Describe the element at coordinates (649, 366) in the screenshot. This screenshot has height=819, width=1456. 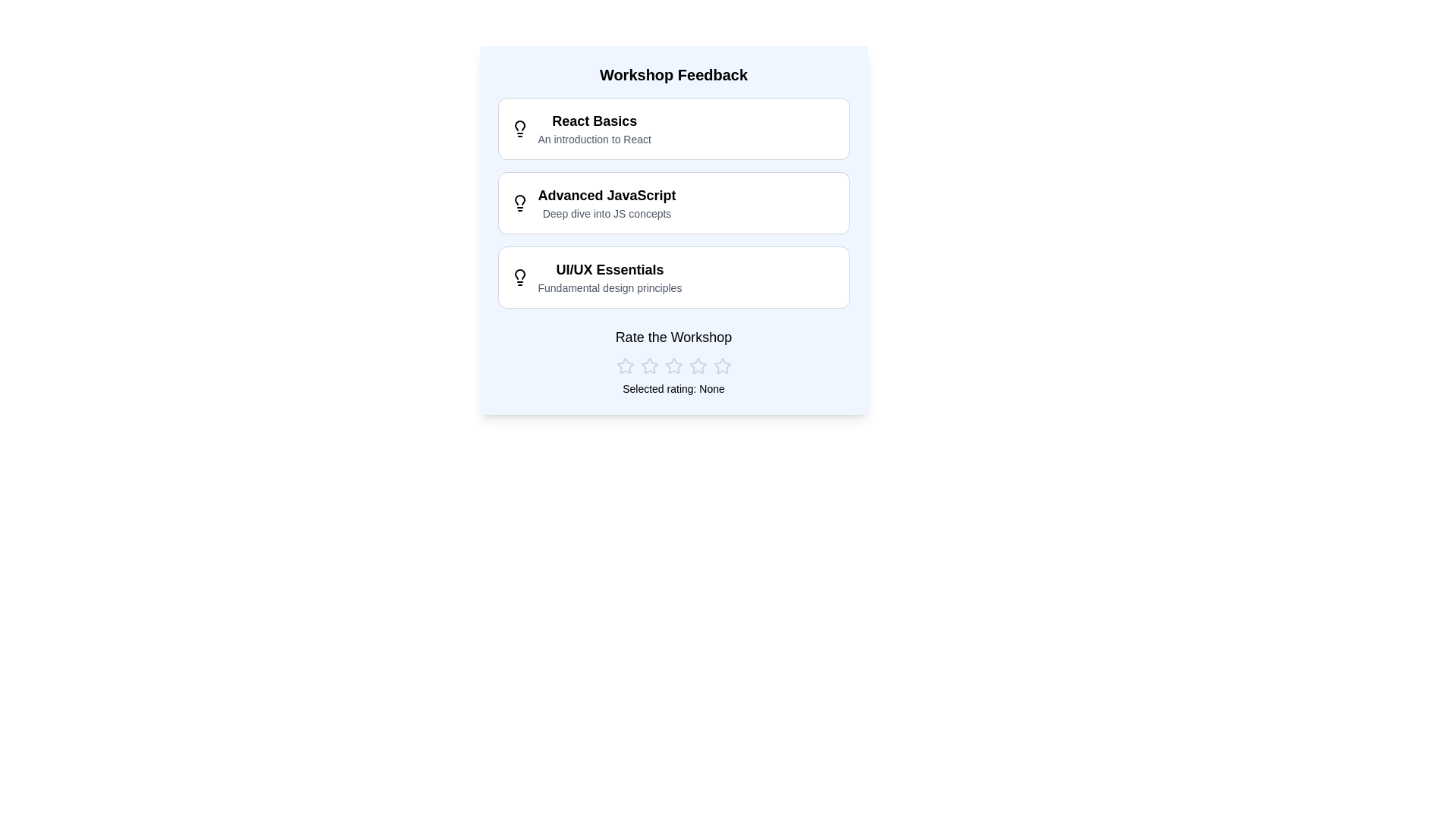
I see `the second star in the row of five stars under the 'Rate the Workshop' section` at that location.